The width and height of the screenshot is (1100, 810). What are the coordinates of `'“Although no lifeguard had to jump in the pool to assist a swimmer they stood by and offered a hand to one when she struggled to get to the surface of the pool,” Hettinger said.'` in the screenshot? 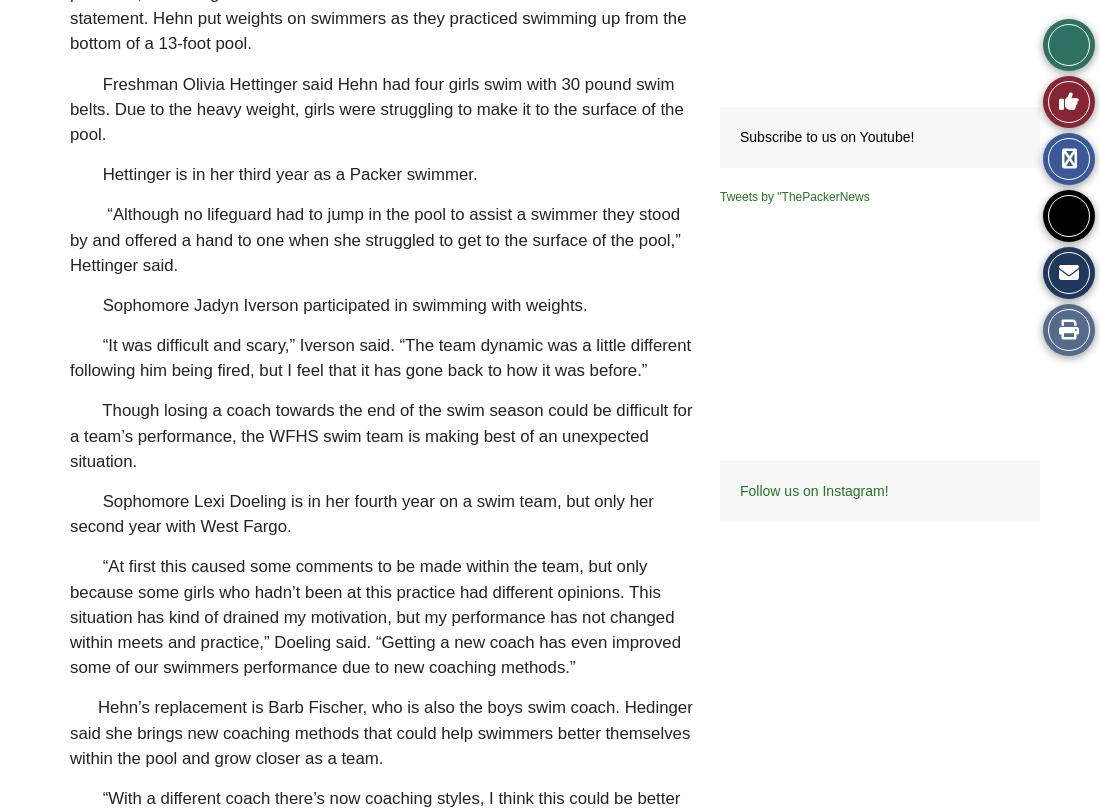 It's located at (374, 238).